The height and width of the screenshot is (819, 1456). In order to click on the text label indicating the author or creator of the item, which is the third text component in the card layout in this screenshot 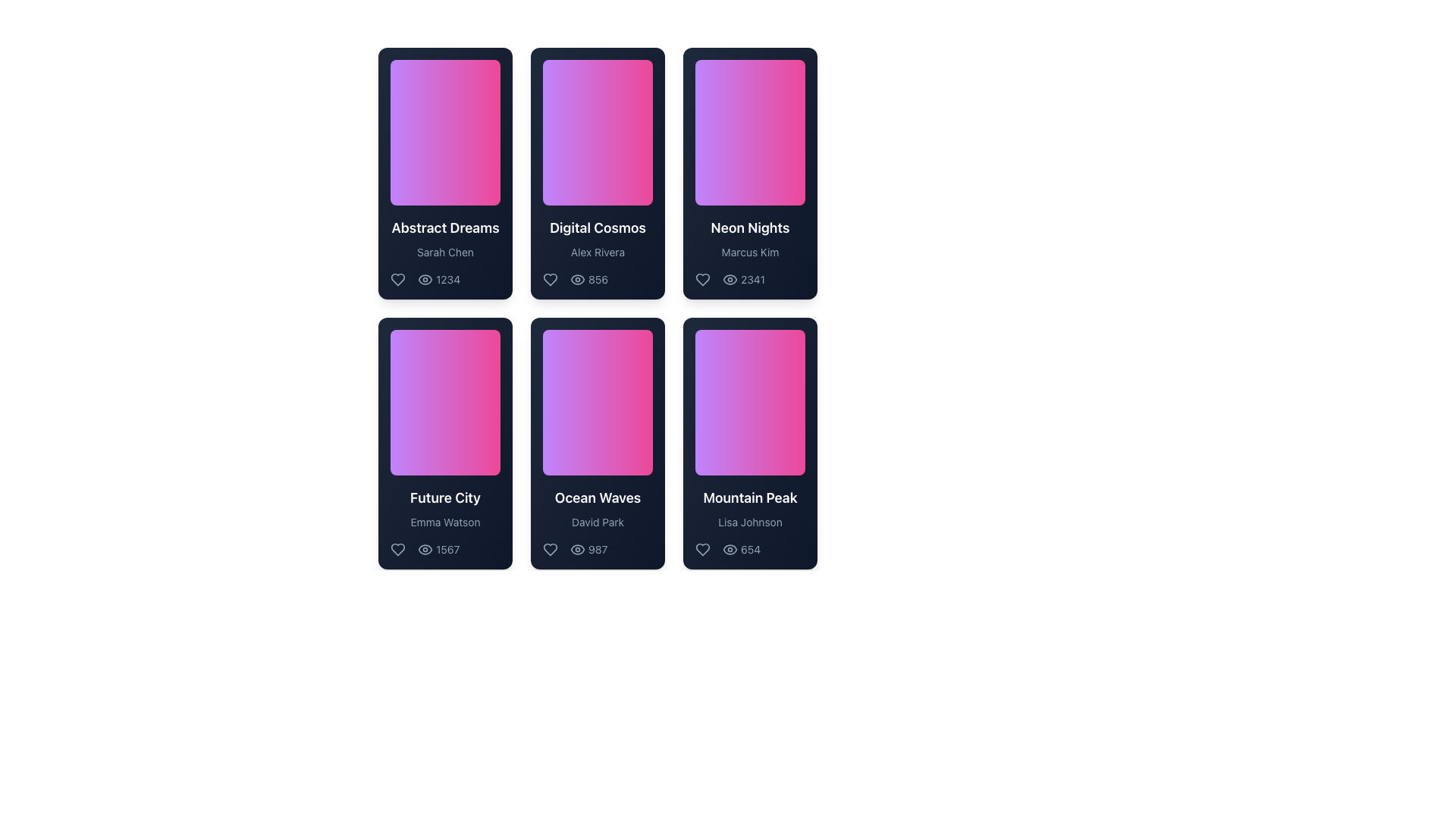, I will do `click(597, 522)`.